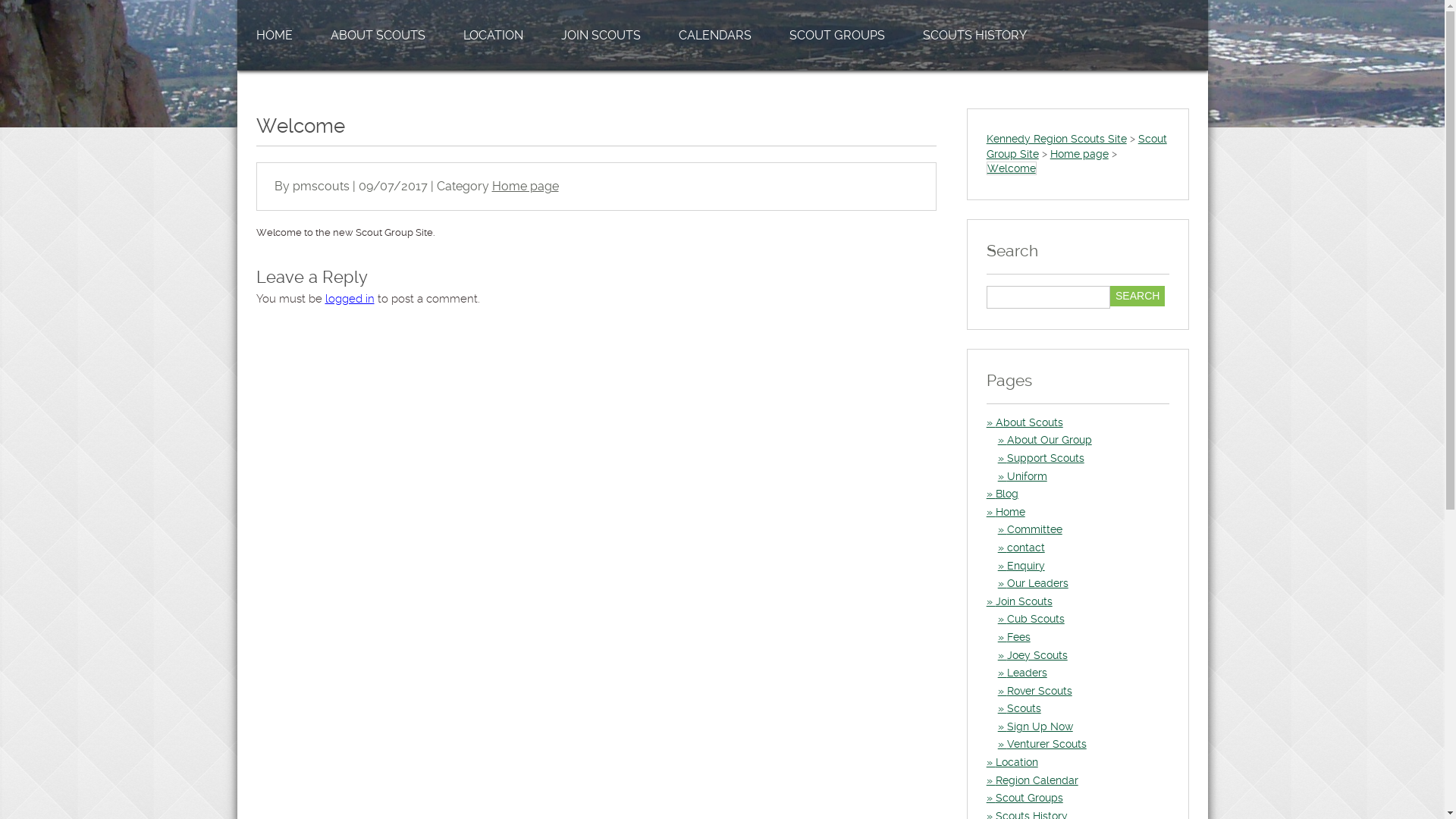 This screenshot has width=1456, height=819. I want to click on 'CALENDARS', so click(714, 34).